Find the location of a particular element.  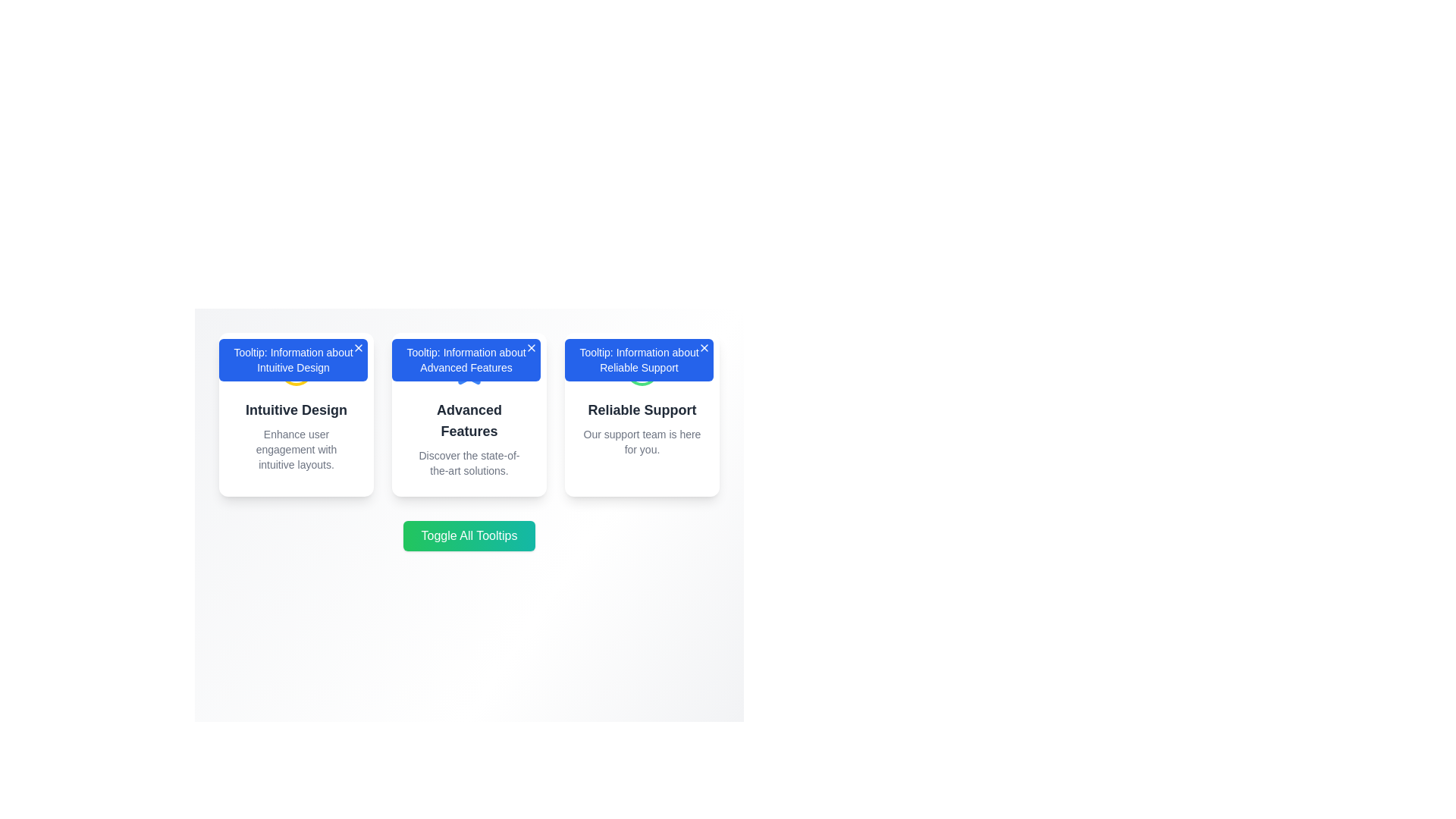

the circular information icon with a green hue located at the center-top of the 'Reliable Support' card is located at coordinates (642, 369).